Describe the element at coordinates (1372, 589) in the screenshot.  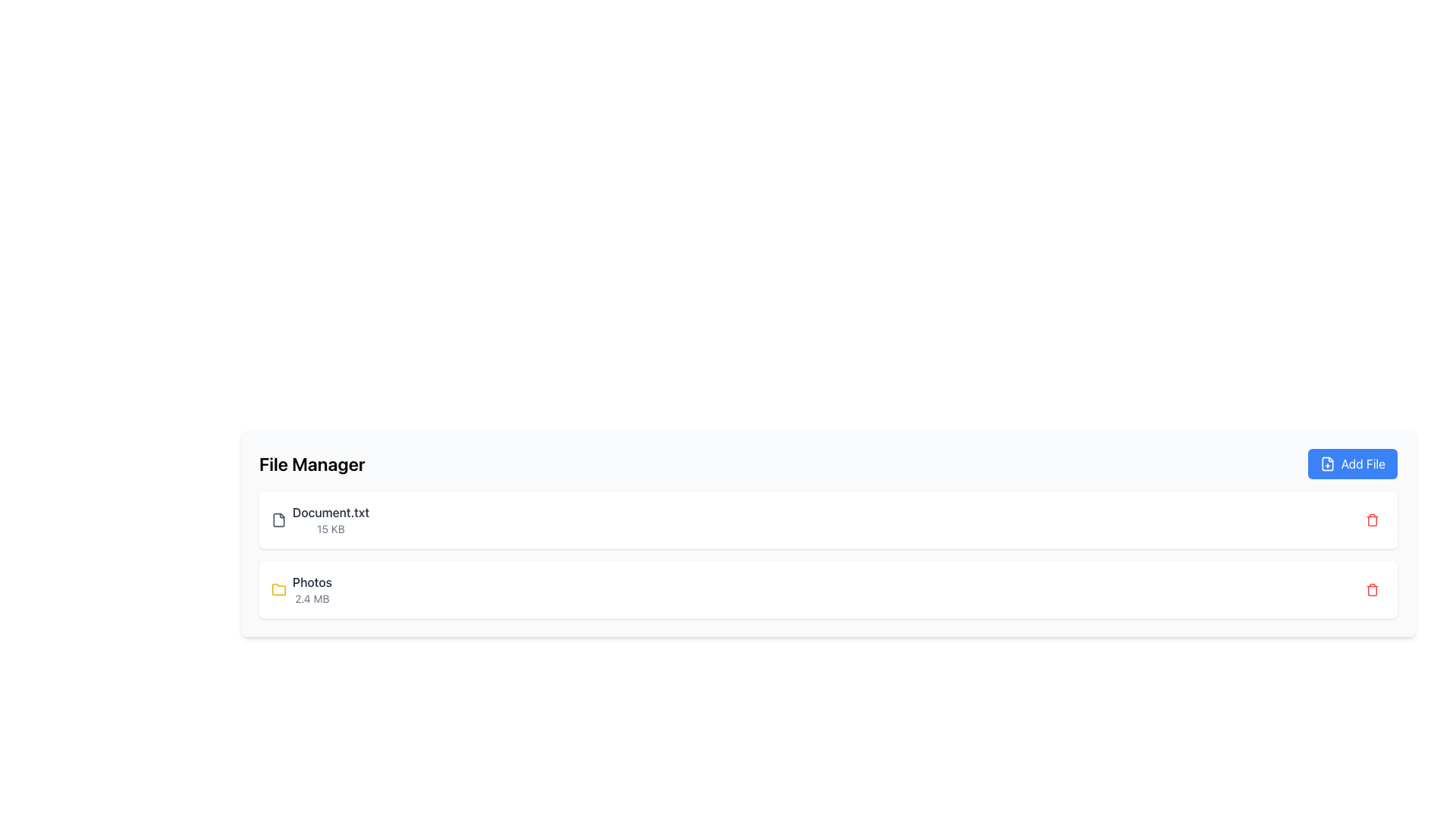
I see `the red-colored trash bin icon that represents the delete action for the Photos folder, located at the far right of the row displaying its size of 2.4 MB` at that location.